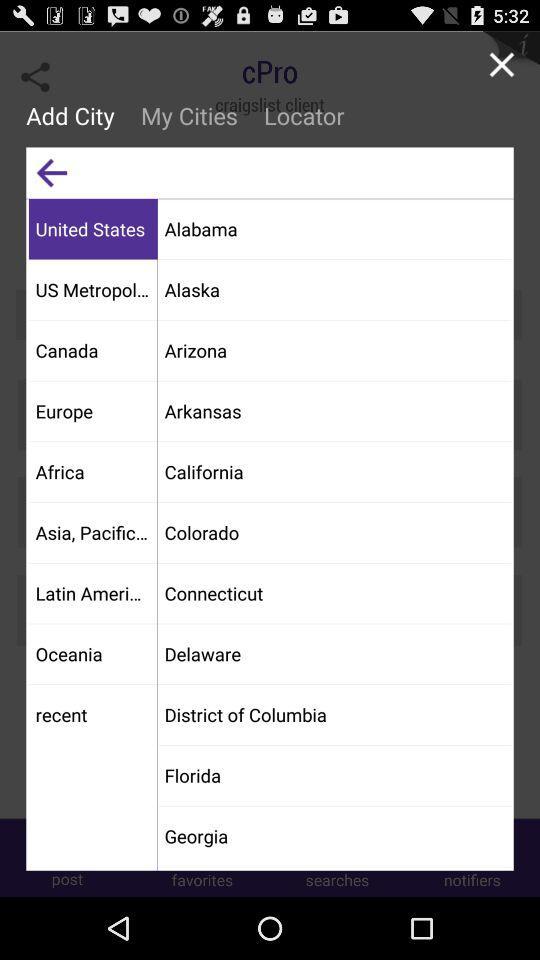  I want to click on the colorado, so click(334, 531).